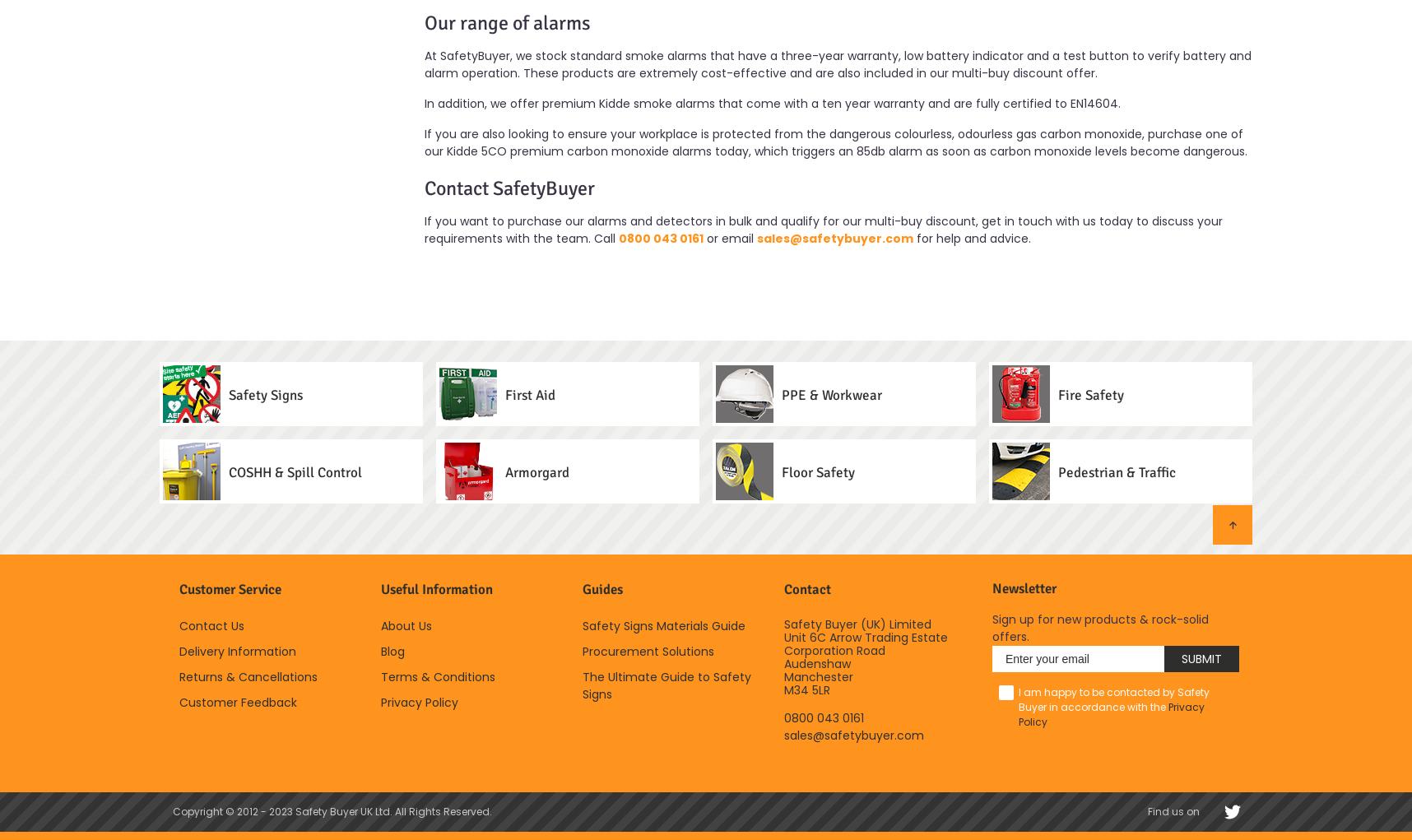 The height and width of the screenshot is (840, 1412). I want to click on 'Safety Signs Materials Guide', so click(664, 625).